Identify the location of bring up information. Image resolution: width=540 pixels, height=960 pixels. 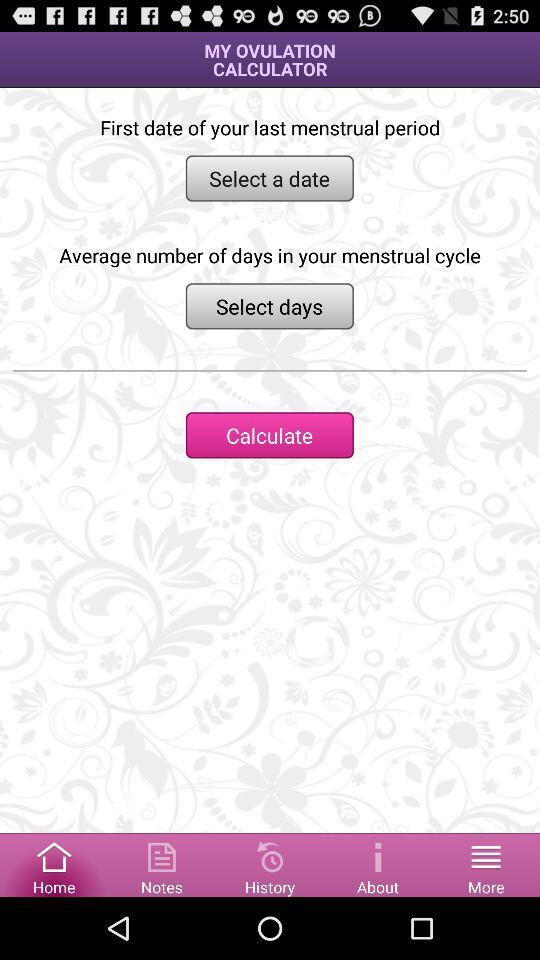
(378, 863).